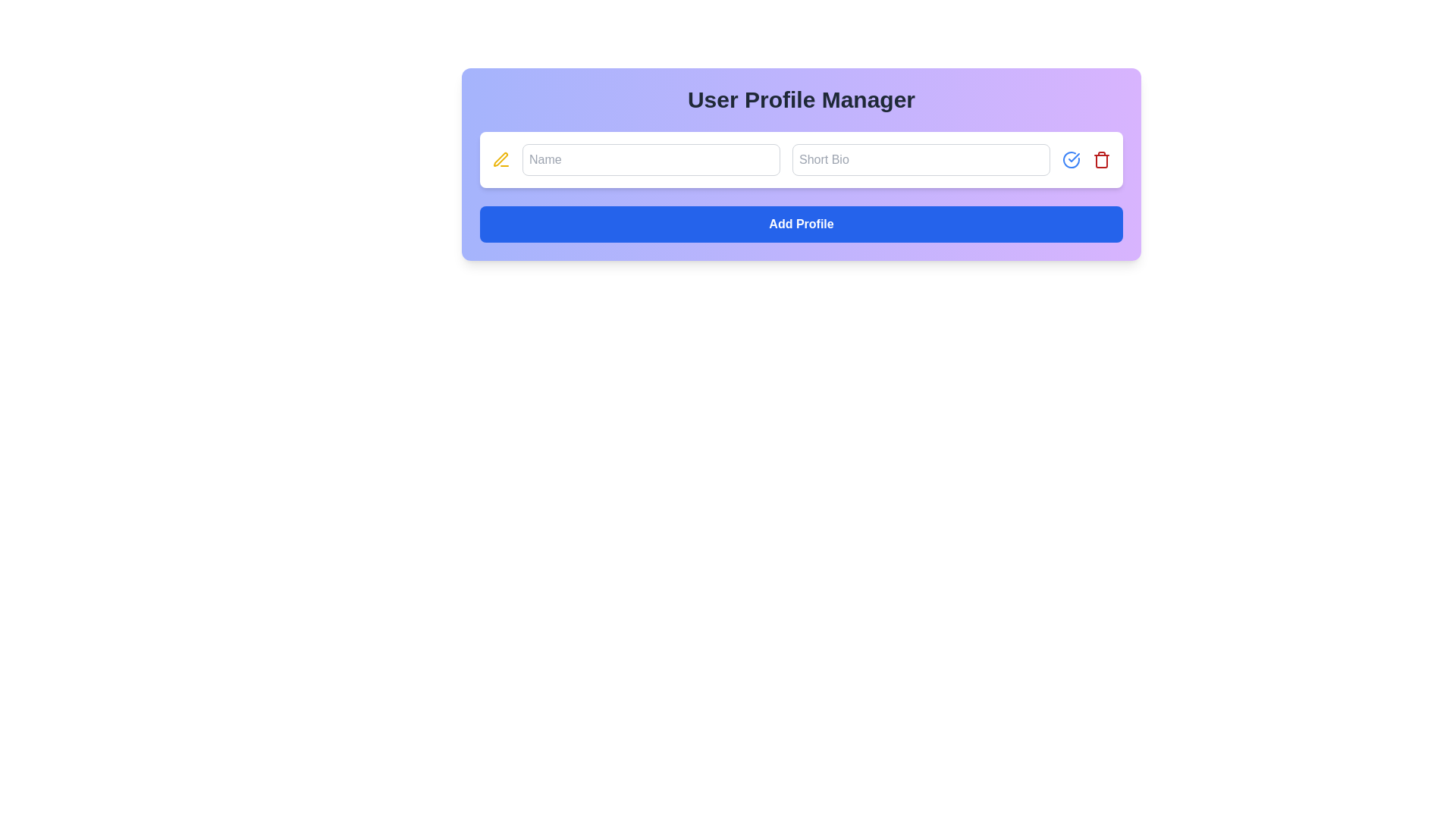 Image resolution: width=1456 pixels, height=819 pixels. What do you see at coordinates (501, 160) in the screenshot?
I see `the icon located to the far left within the input card, adjacent to the 'Name' text field` at bounding box center [501, 160].